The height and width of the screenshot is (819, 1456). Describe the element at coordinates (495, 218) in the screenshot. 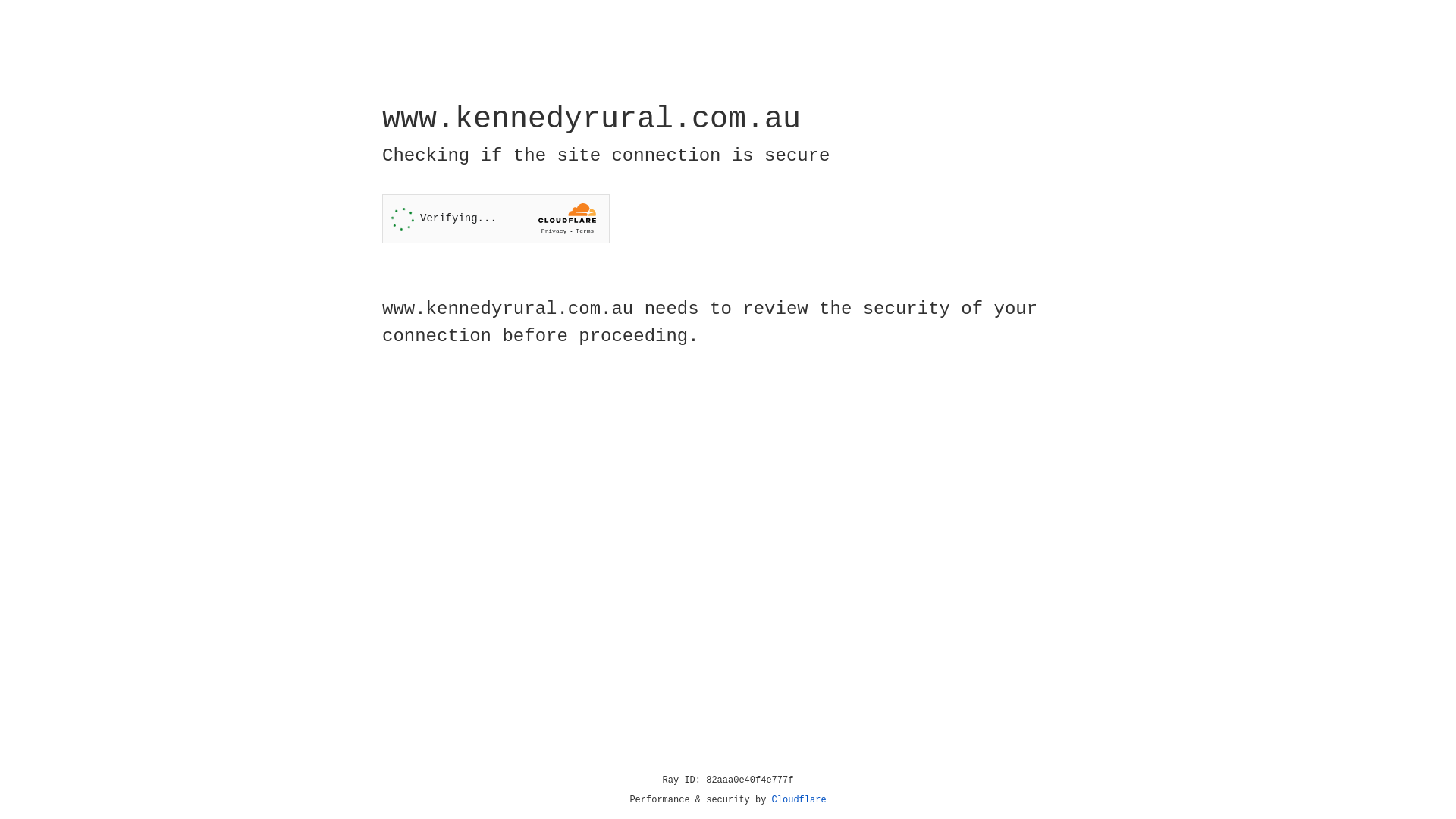

I see `'Widget containing a Cloudflare security challenge'` at that location.